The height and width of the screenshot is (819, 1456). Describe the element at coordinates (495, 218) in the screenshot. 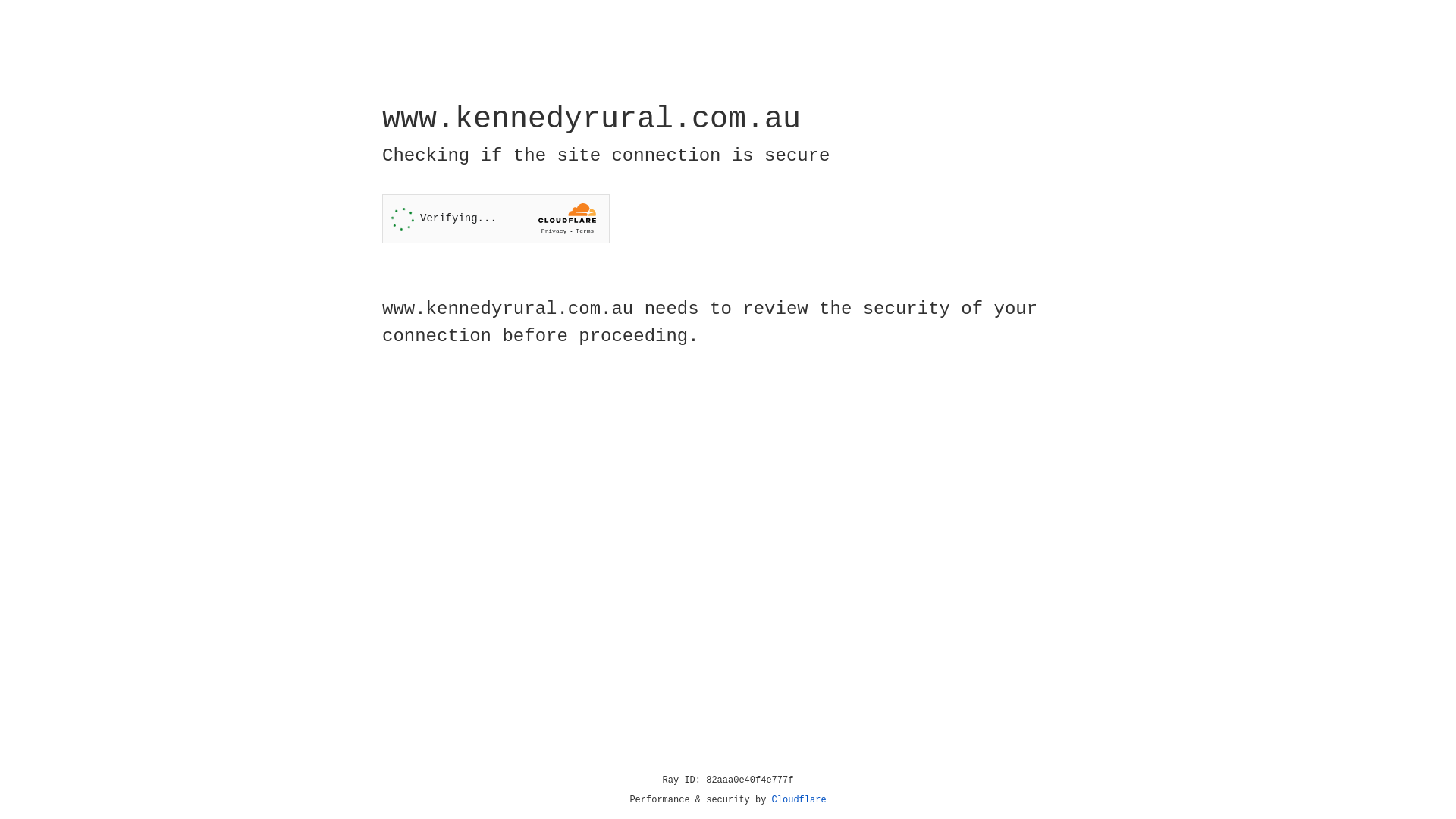

I see `'Widget containing a Cloudflare security challenge'` at that location.